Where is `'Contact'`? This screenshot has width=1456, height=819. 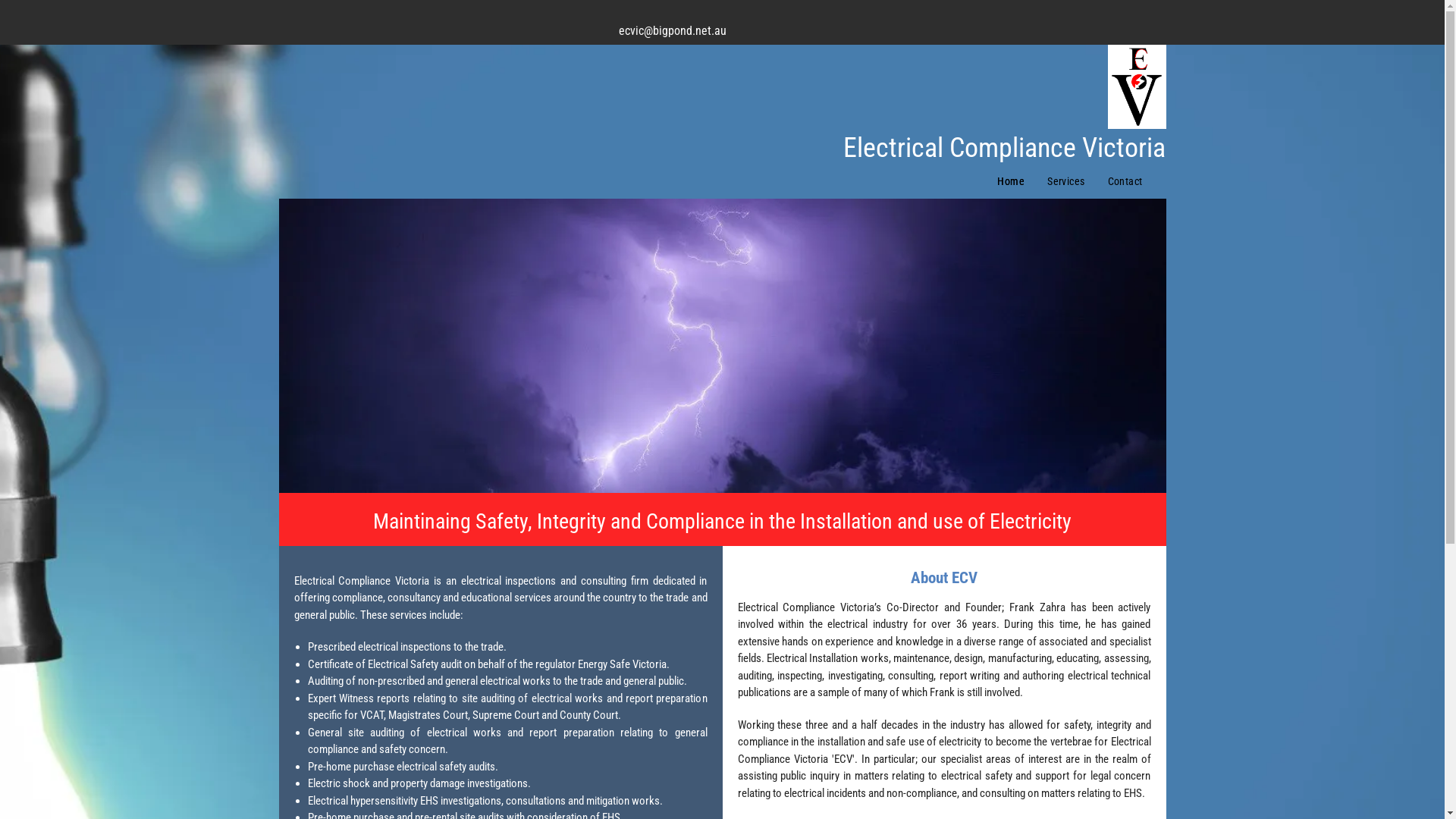 'Contact' is located at coordinates (1125, 180).